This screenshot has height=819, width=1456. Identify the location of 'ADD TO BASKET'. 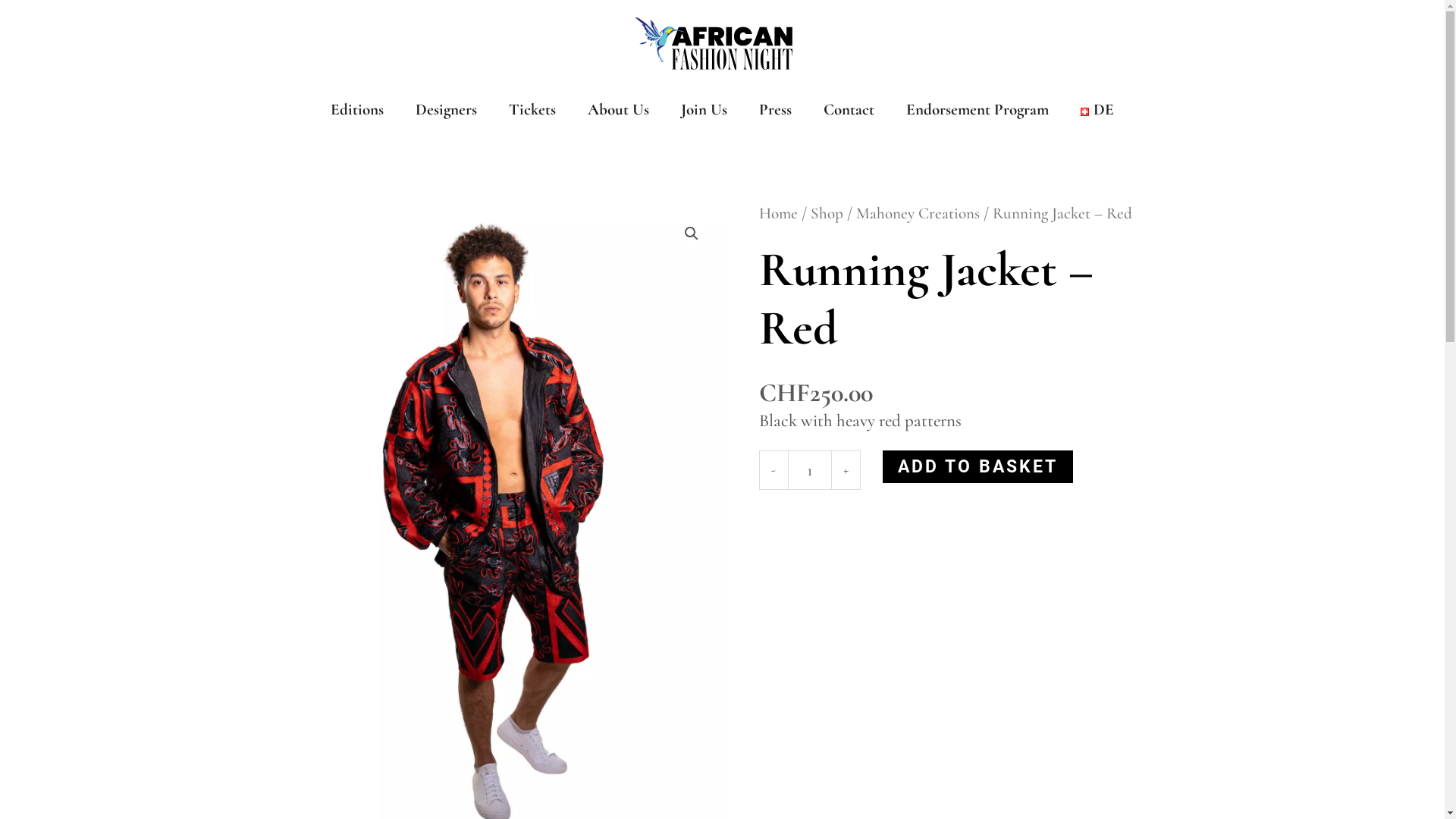
(882, 466).